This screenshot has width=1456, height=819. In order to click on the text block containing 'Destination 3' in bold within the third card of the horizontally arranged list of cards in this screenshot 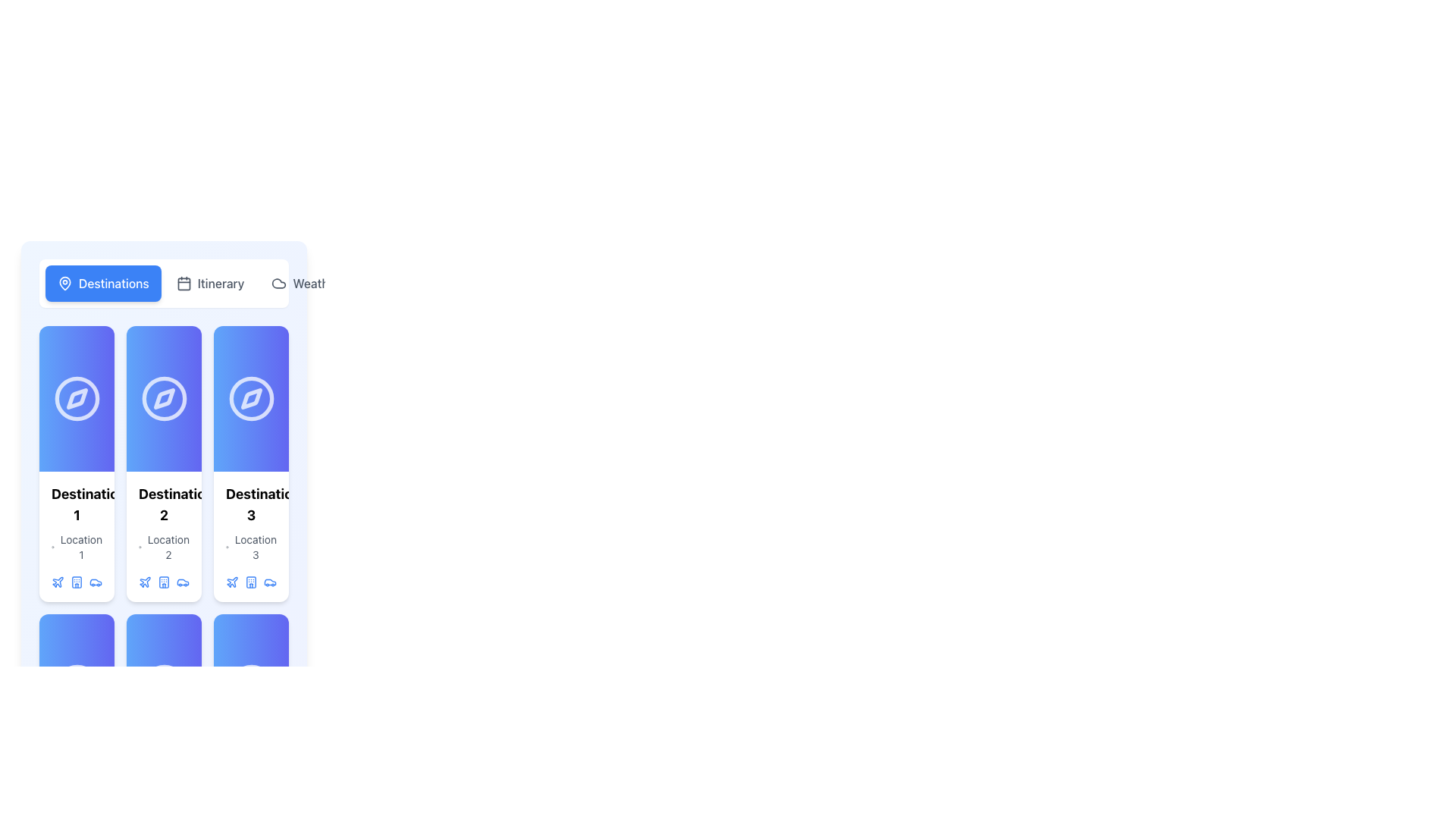, I will do `click(251, 536)`.